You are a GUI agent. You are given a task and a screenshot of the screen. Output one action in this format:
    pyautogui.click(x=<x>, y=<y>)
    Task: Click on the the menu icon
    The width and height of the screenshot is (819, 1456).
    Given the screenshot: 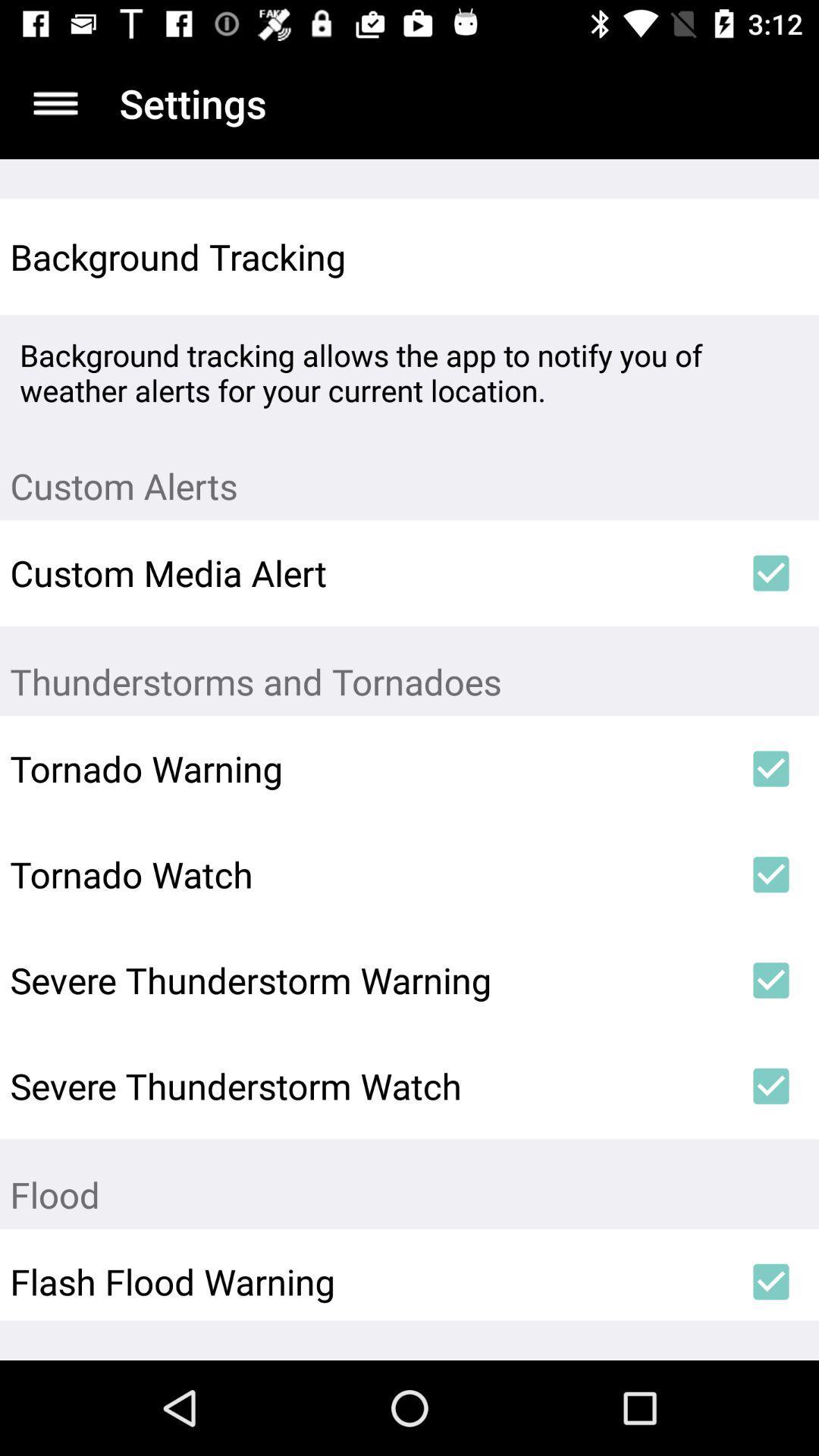 What is the action you would take?
    pyautogui.click(x=55, y=102)
    